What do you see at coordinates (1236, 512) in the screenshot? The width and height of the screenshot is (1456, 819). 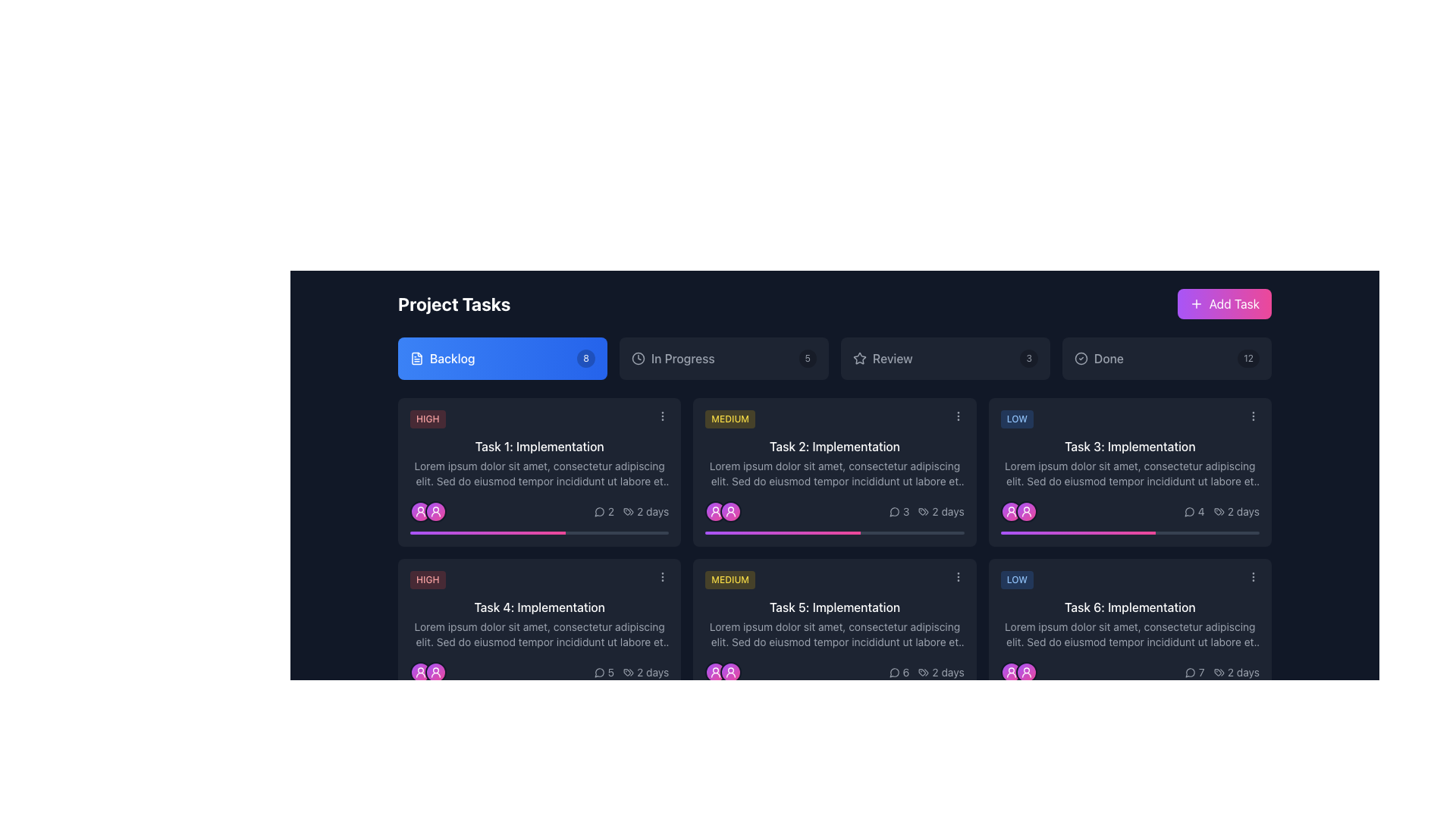 I see `the static text element indicating the time duration associated with 'Task 3: Implementation' located in the bottom right corner of the card, adjacent to the comment count icon` at bounding box center [1236, 512].